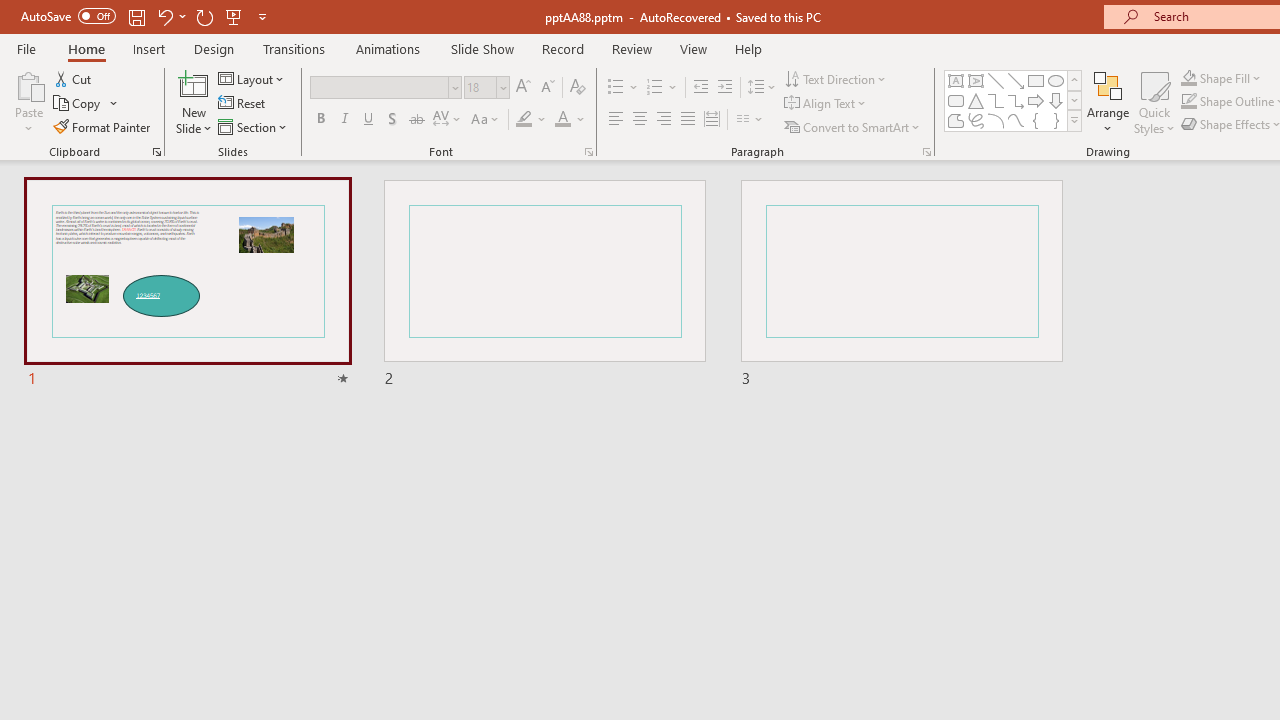 Image resolution: width=1280 pixels, height=720 pixels. Describe the element at coordinates (995, 120) in the screenshot. I see `'Arc'` at that location.